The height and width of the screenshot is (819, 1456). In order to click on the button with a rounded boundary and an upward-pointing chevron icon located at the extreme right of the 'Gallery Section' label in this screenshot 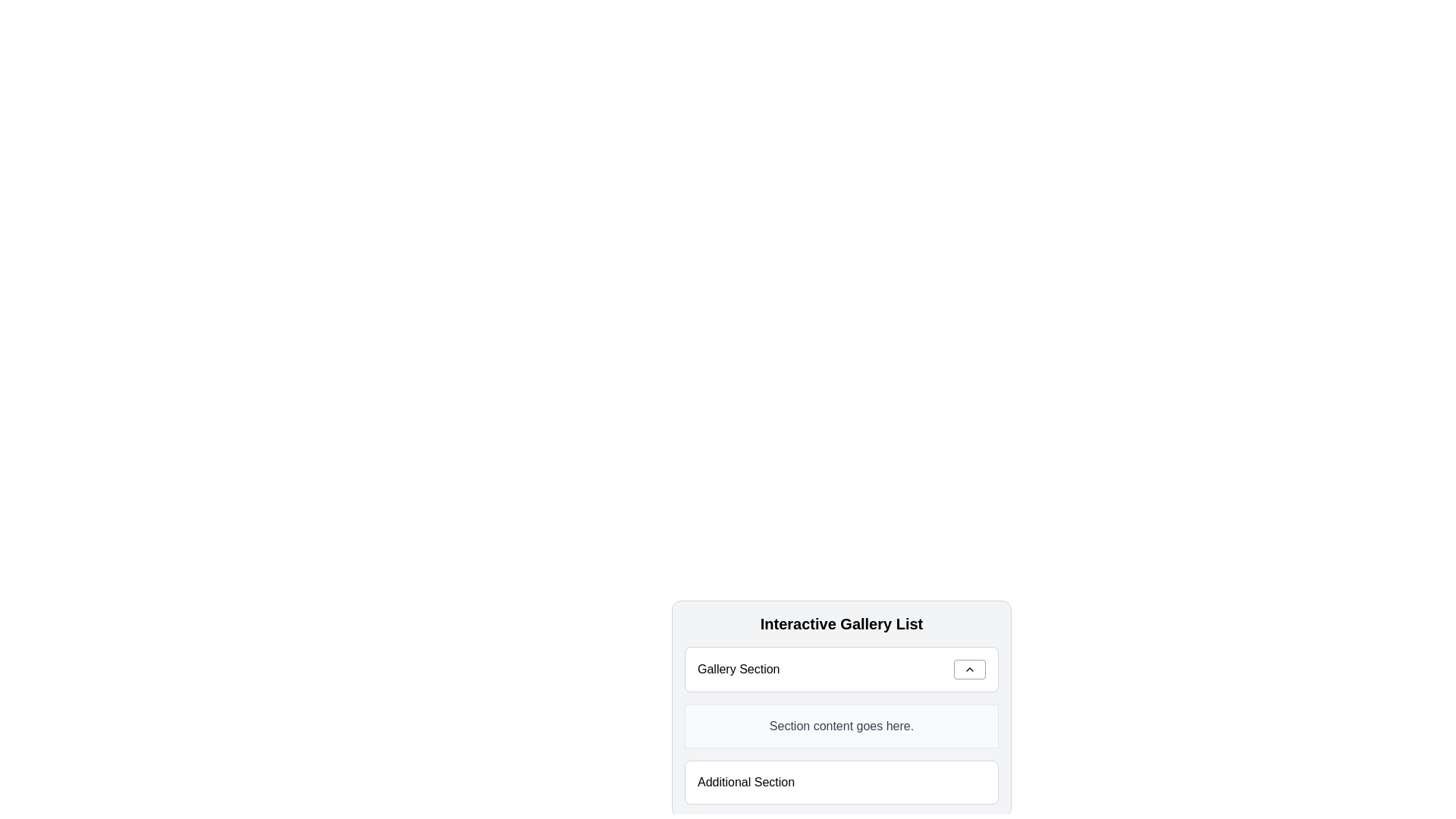, I will do `click(968, 669)`.